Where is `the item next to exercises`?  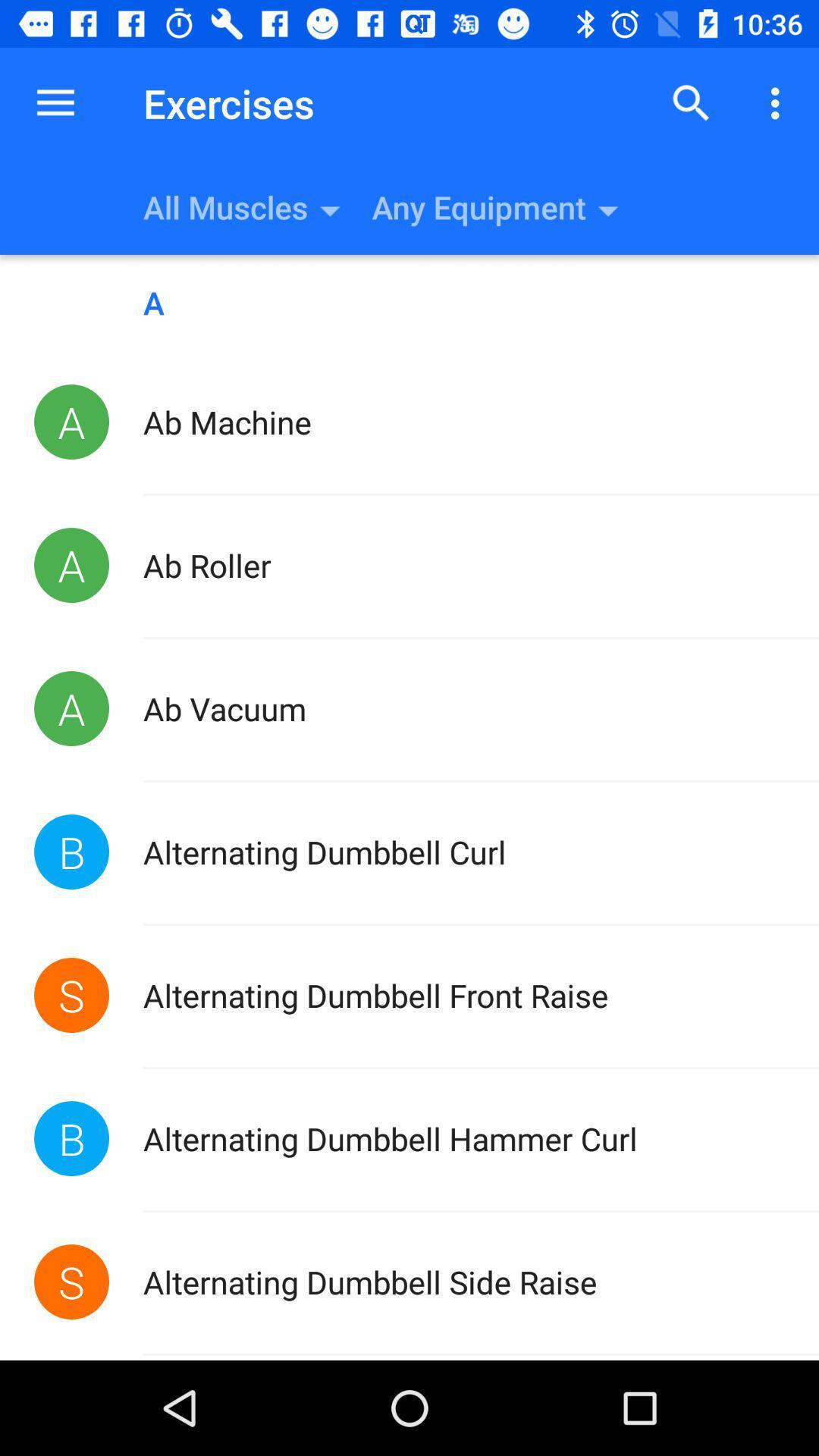
the item next to exercises is located at coordinates (691, 102).